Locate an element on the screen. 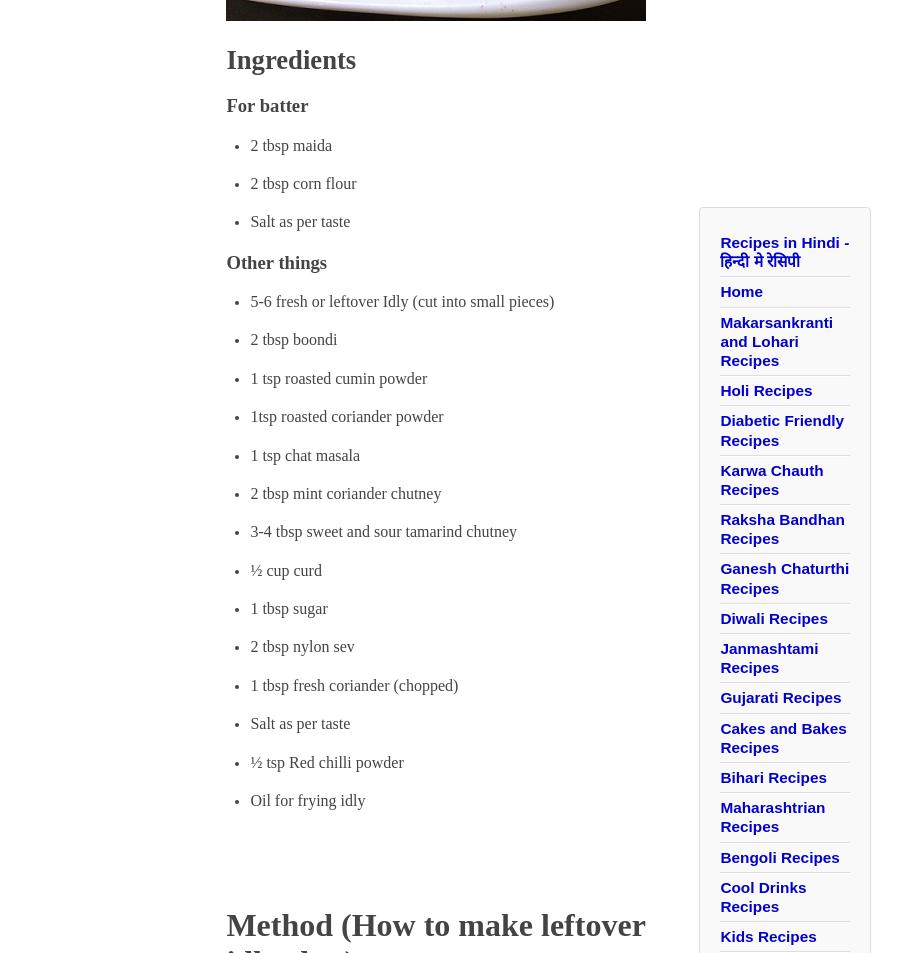  'Maharashtrian  Recipes' is located at coordinates (771, 817).